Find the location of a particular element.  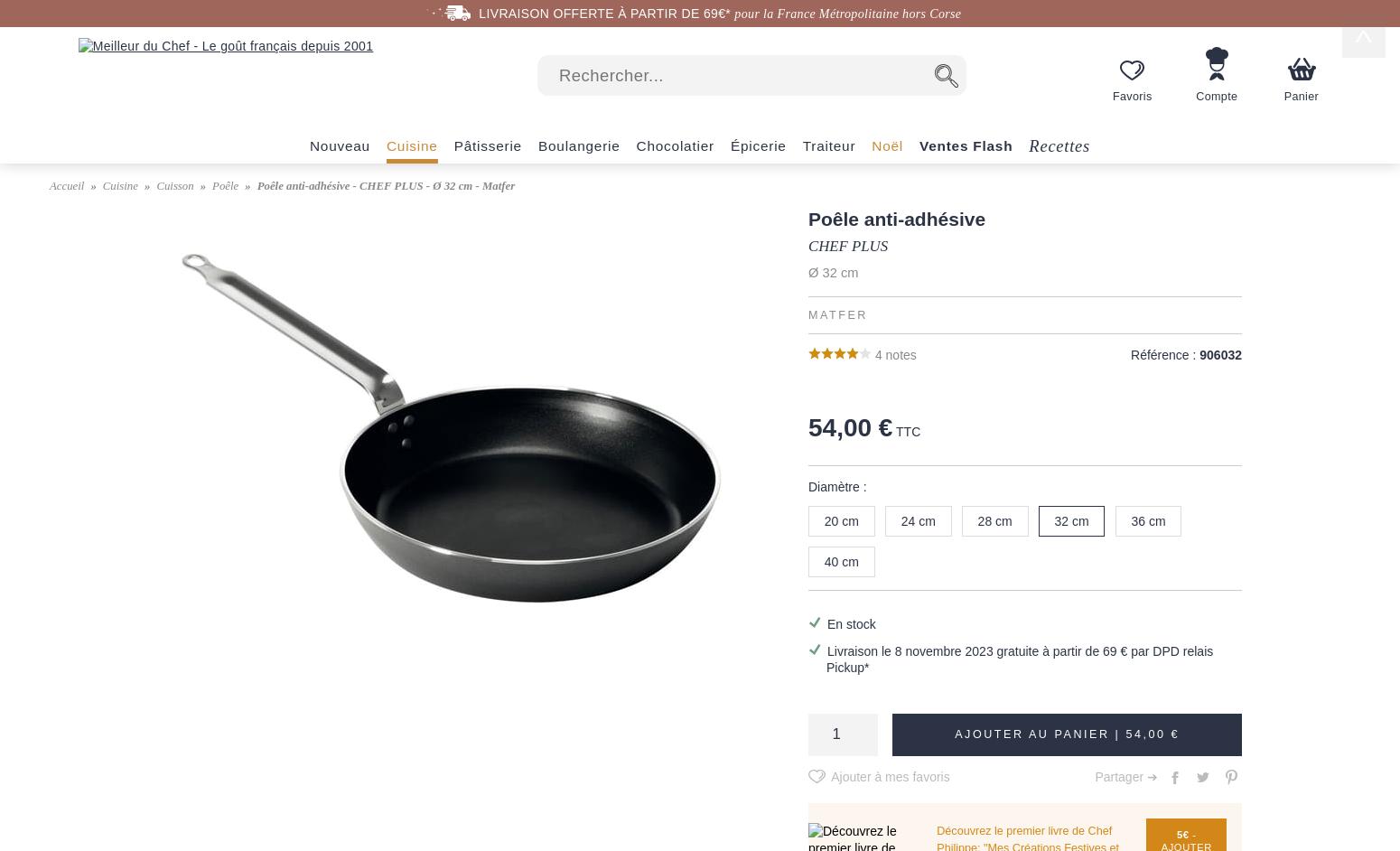

'LIVRAISON OFFERTE À PARTIR DE 69€*' is located at coordinates (603, 13).